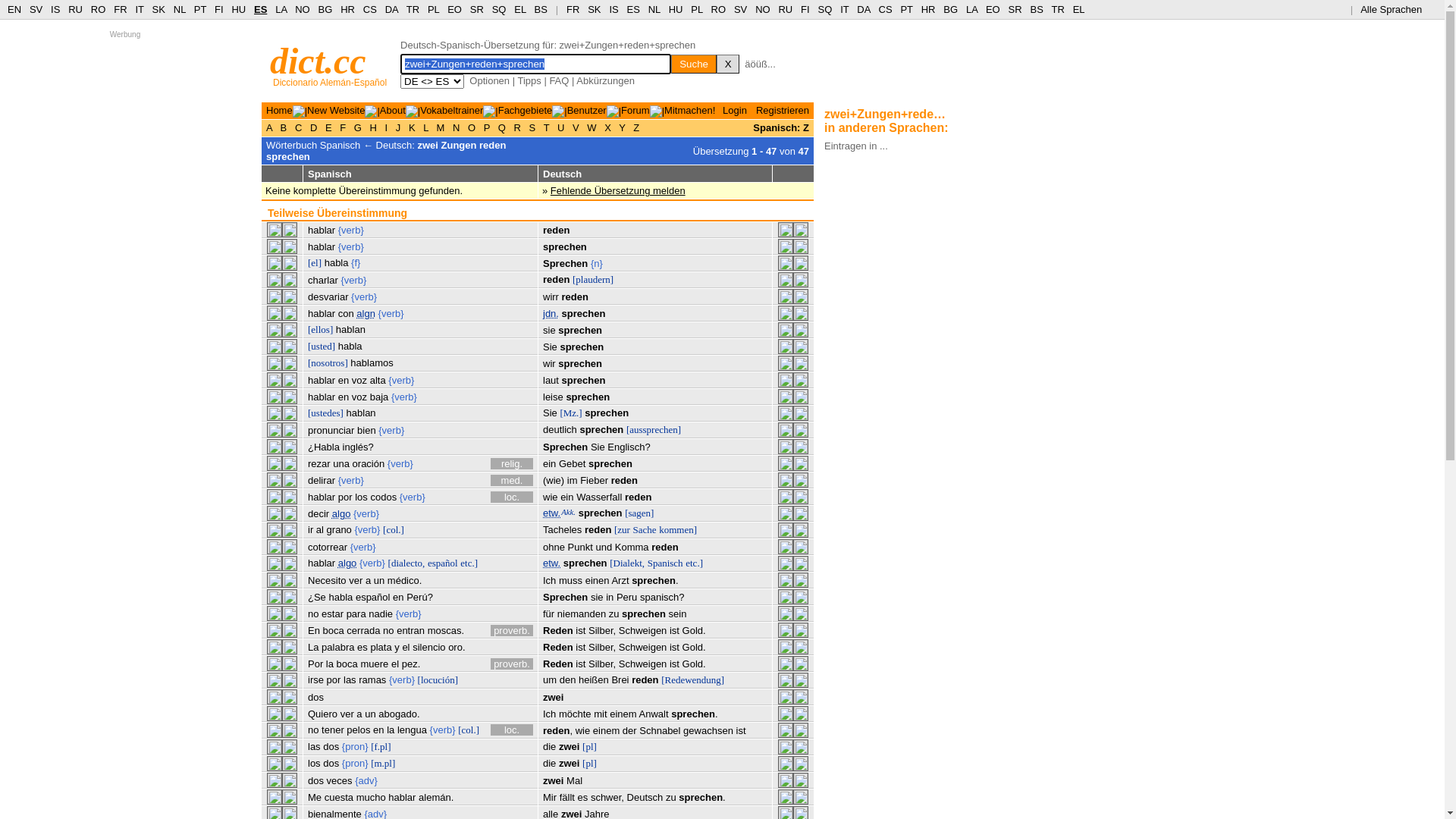 This screenshot has width=1456, height=819. I want to click on 'die', so click(548, 745).